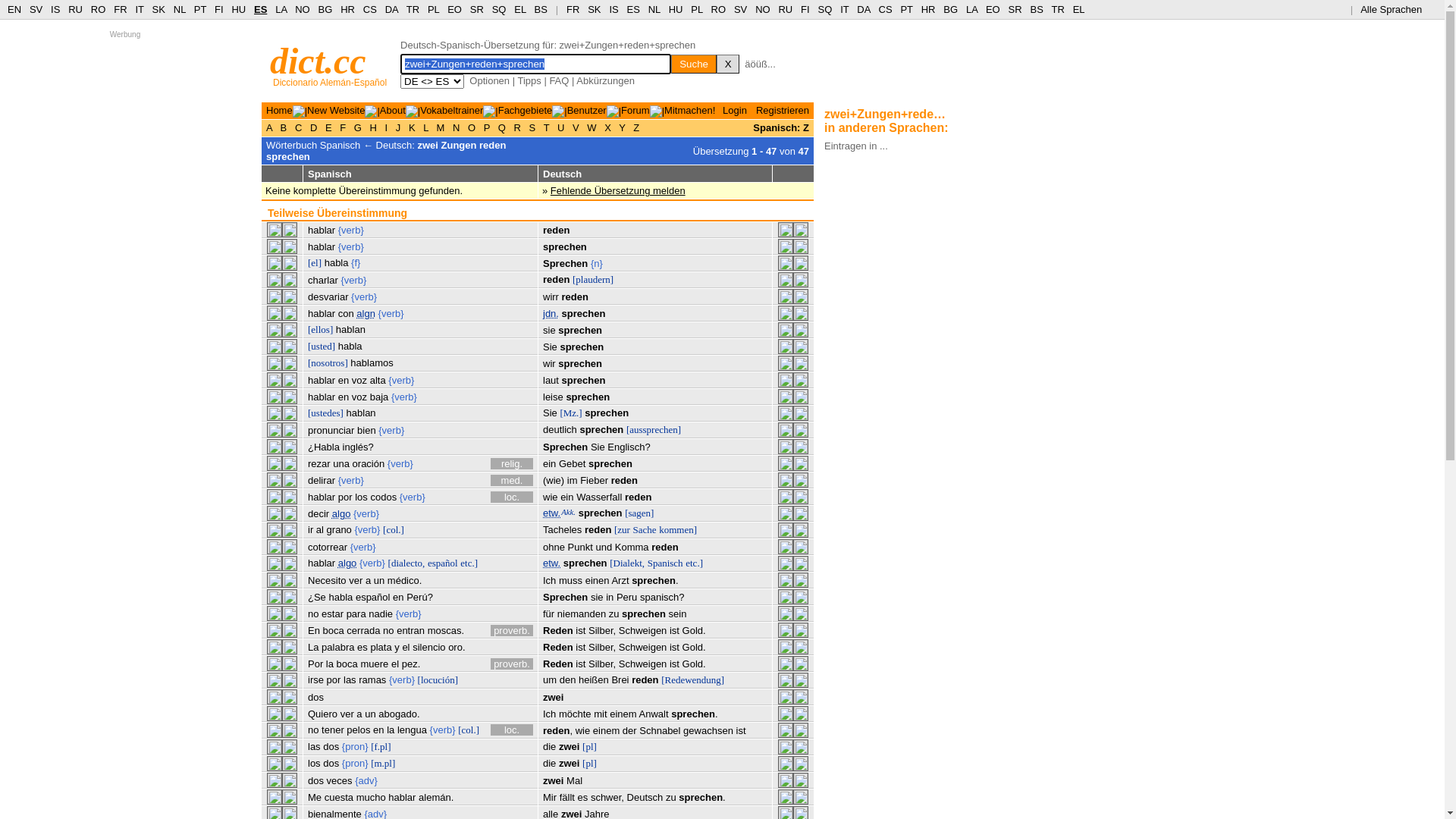 This screenshot has width=1456, height=819. I want to click on 'die', so click(548, 745).